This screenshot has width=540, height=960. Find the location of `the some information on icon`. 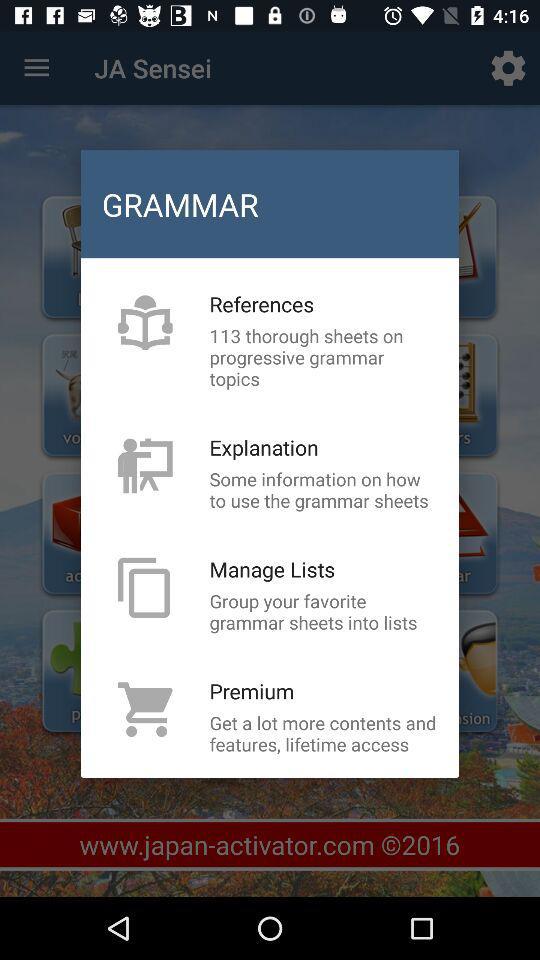

the some information on icon is located at coordinates (323, 488).